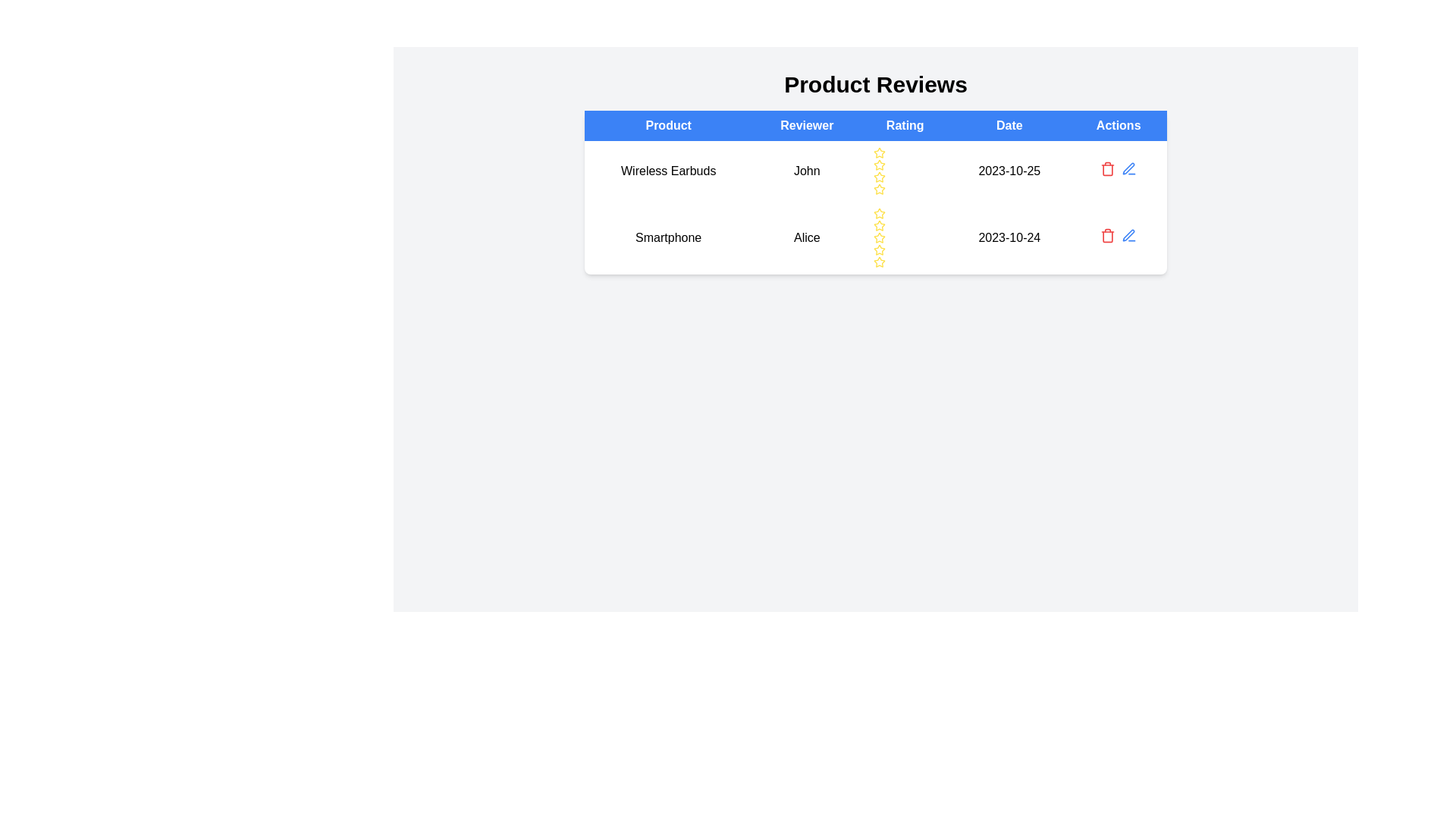 The image size is (1456, 819). What do you see at coordinates (905, 124) in the screenshot?
I see `the 'Rating' text header, which is the third header in a row of table headers, styled with a blue background and white text` at bounding box center [905, 124].